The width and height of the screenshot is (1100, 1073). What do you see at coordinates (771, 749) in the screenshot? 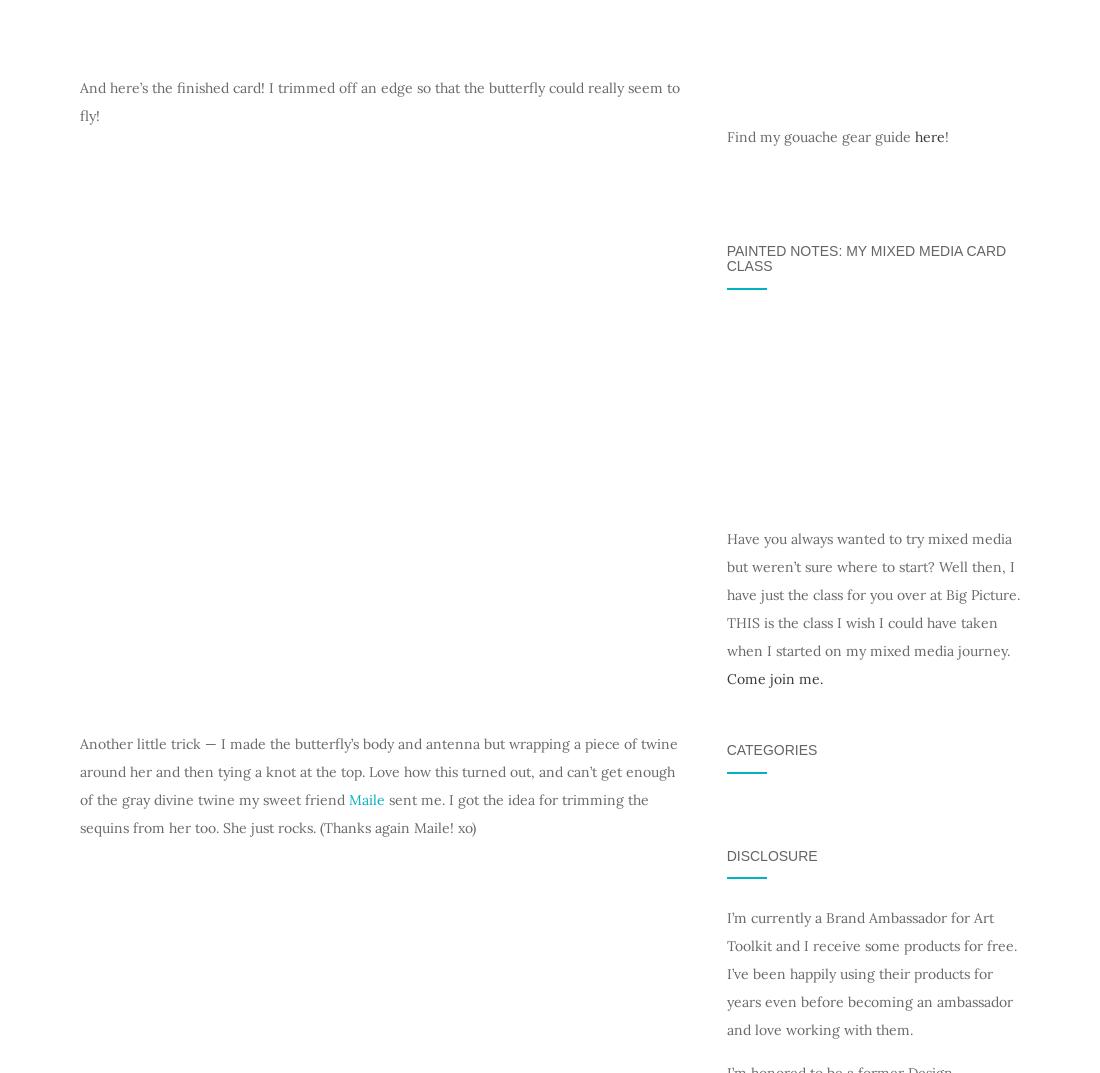
I see `'Categories'` at bounding box center [771, 749].